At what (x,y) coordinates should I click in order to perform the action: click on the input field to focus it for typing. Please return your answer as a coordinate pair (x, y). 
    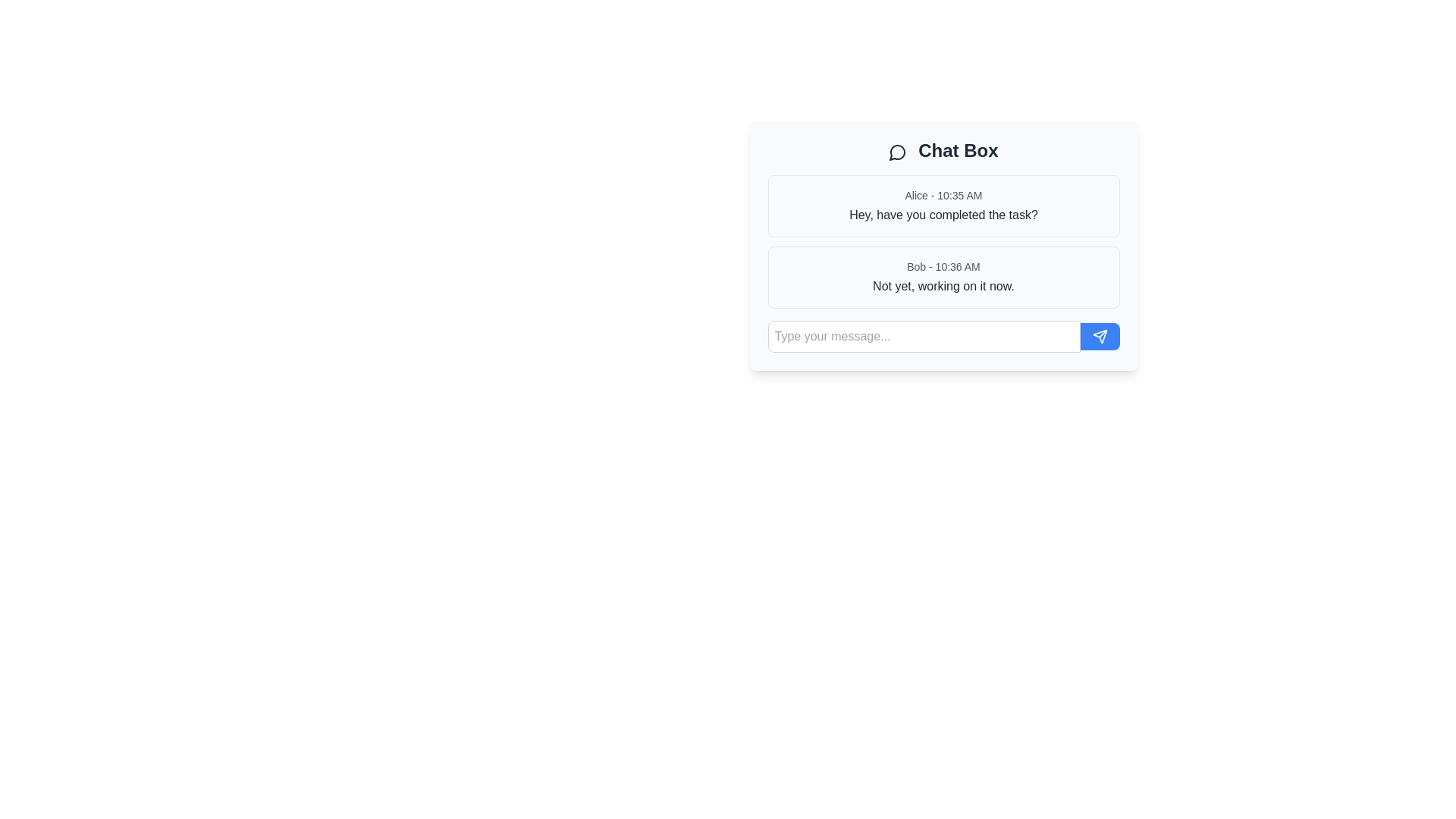
    Looking at the image, I should click on (923, 335).